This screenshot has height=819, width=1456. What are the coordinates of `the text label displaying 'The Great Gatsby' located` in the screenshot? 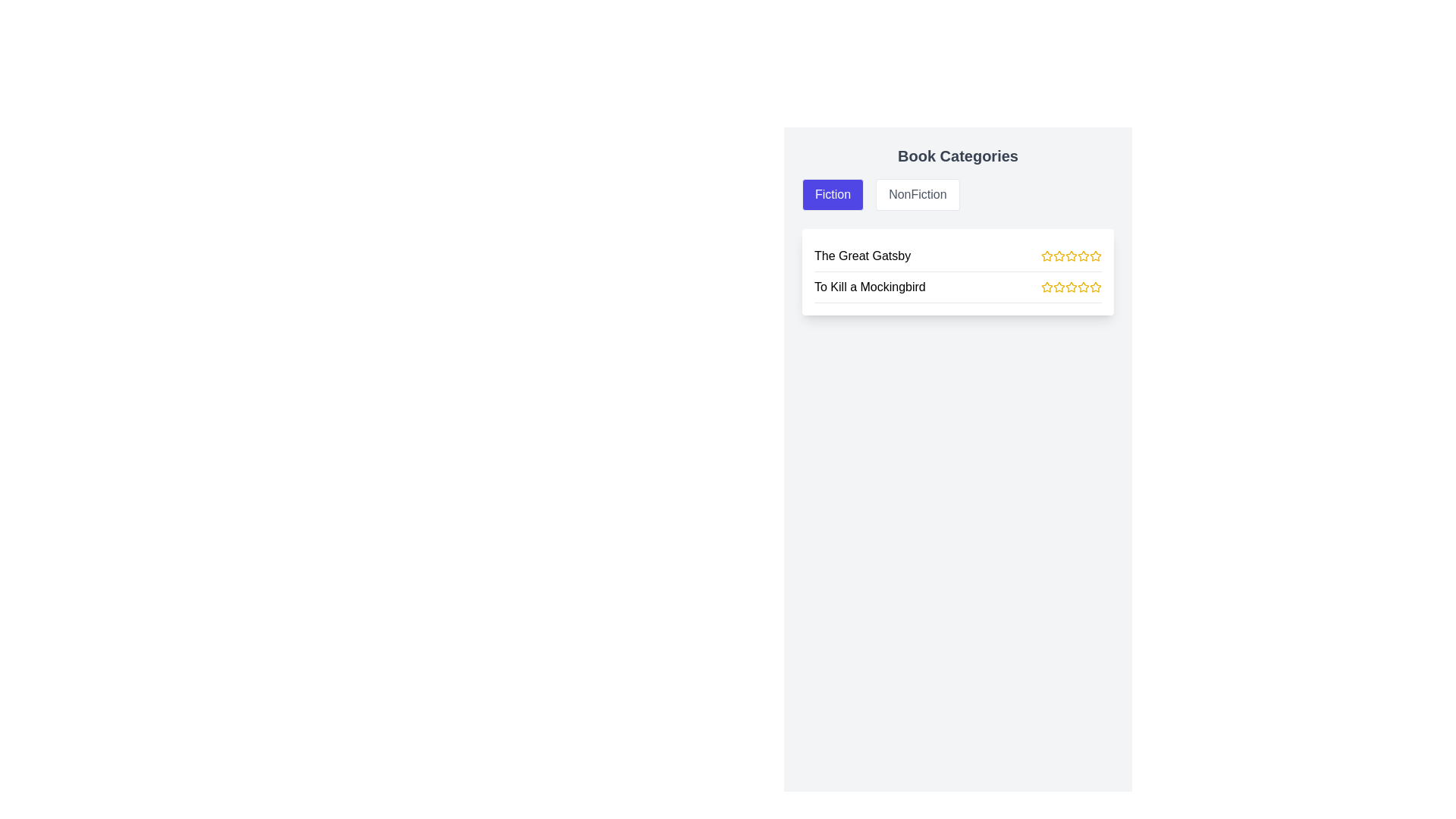 It's located at (862, 256).